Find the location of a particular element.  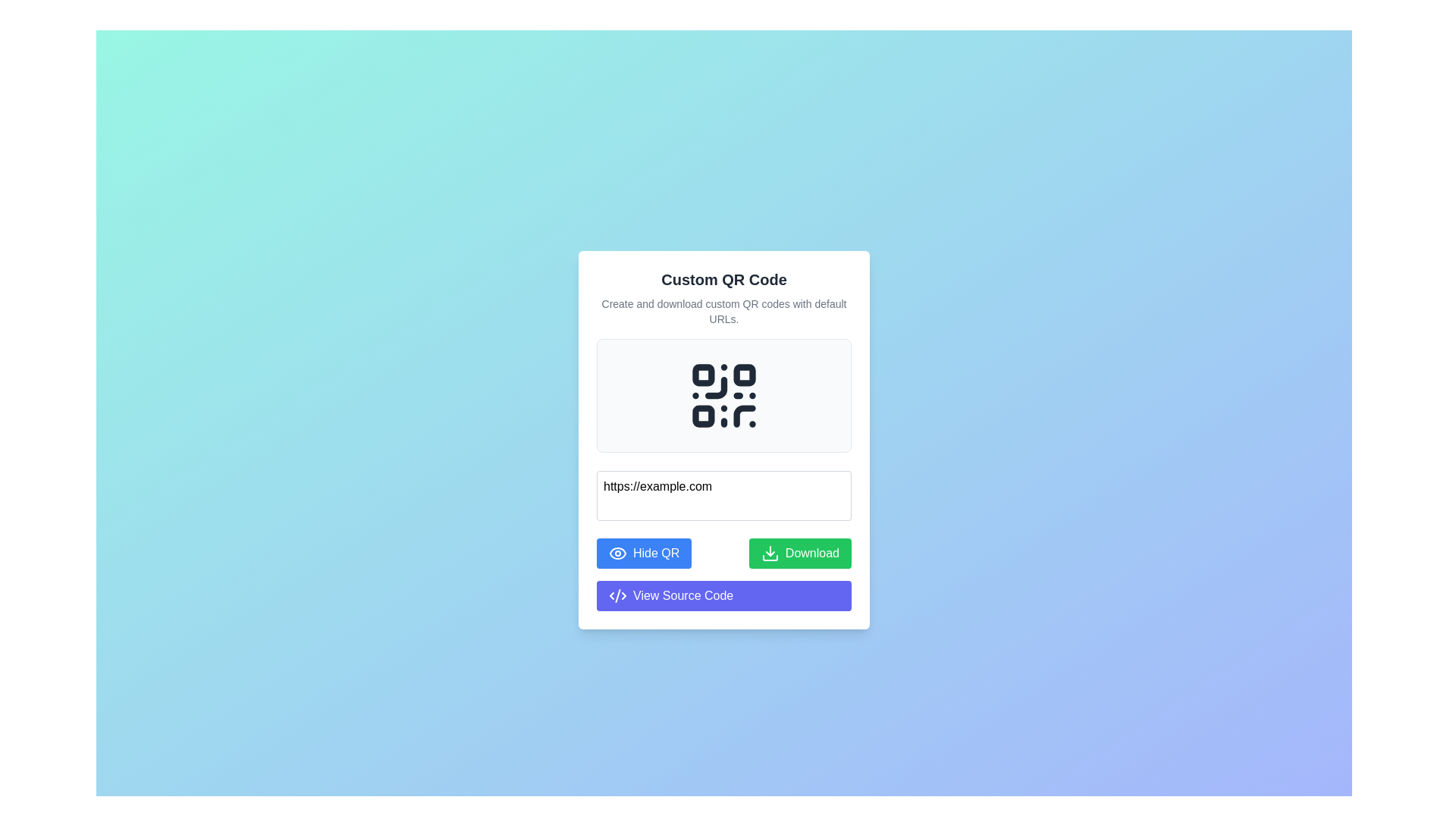

the middle segment of the graphical icon that represents part of a symbolic representation, specifically the Icon component is located at coordinates (618, 595).